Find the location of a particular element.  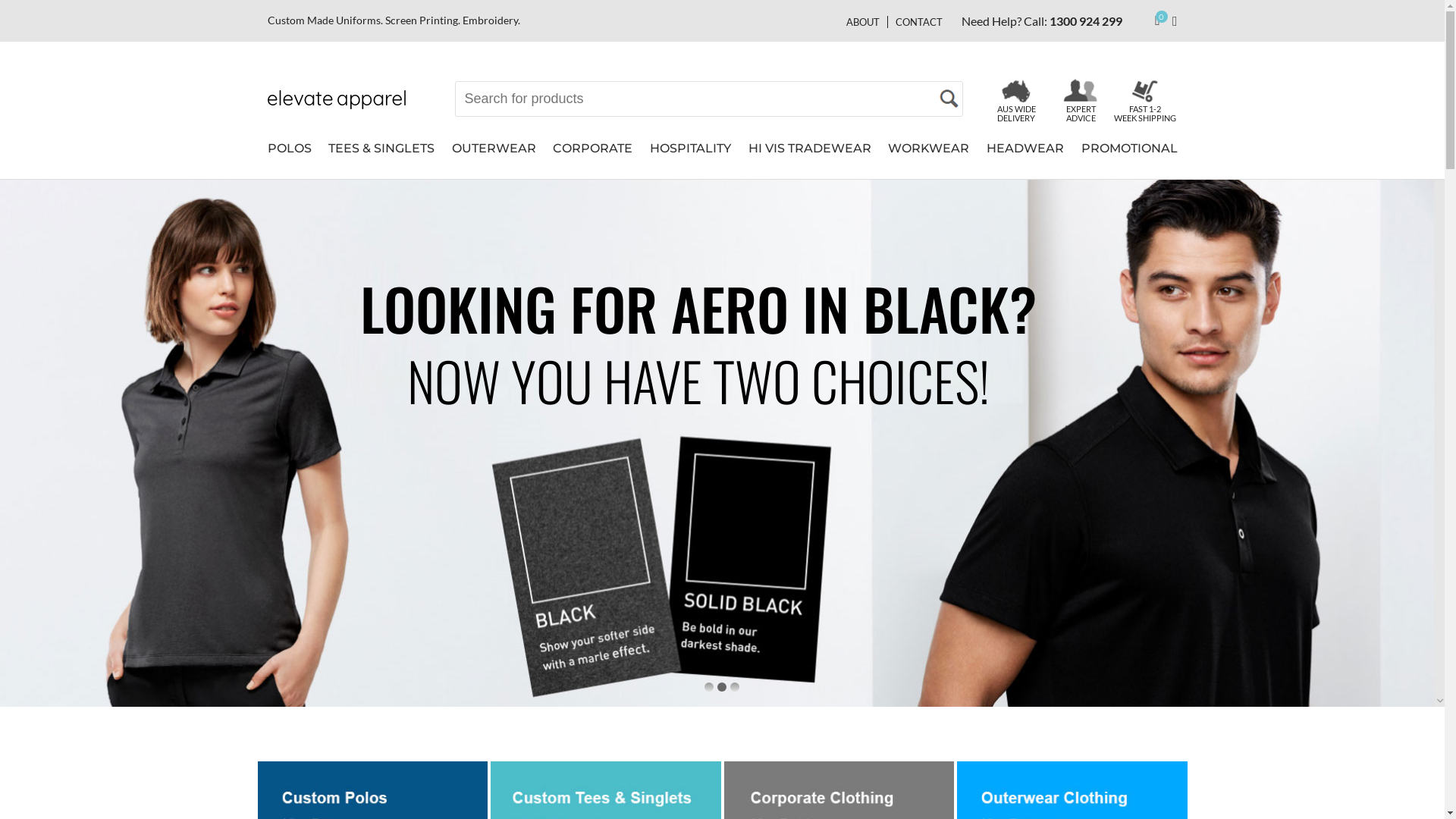

'Search' is located at coordinates (947, 99).